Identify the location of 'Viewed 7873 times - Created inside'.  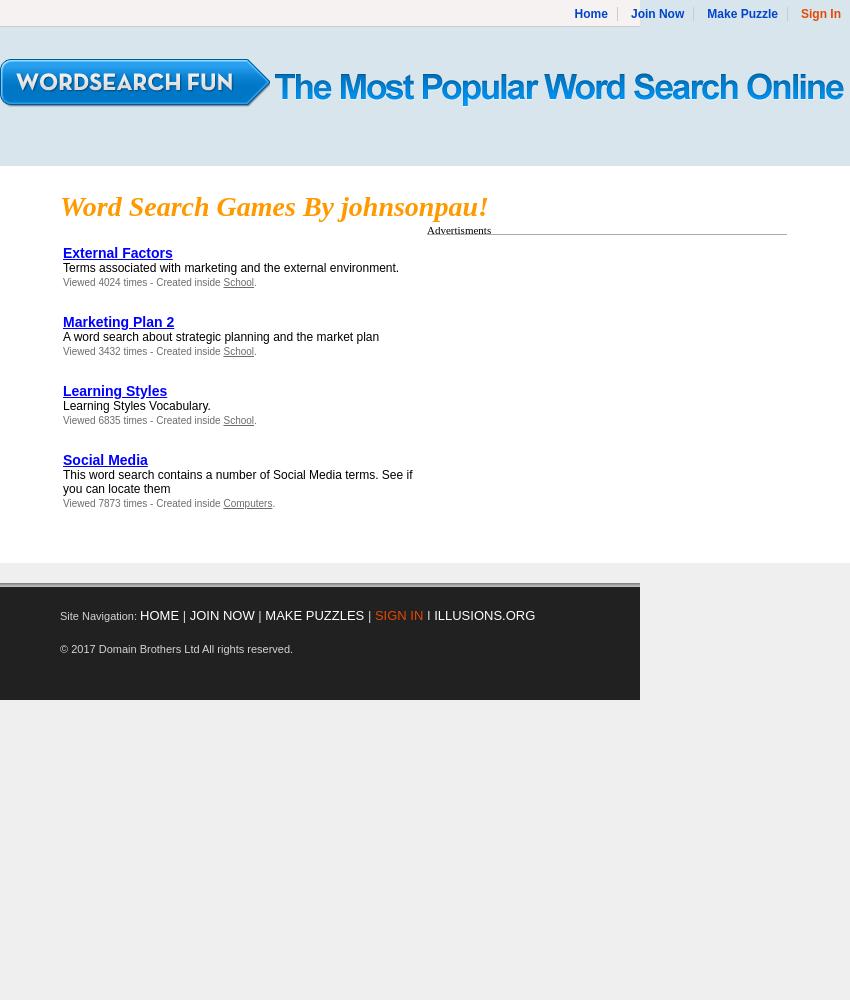
(142, 503).